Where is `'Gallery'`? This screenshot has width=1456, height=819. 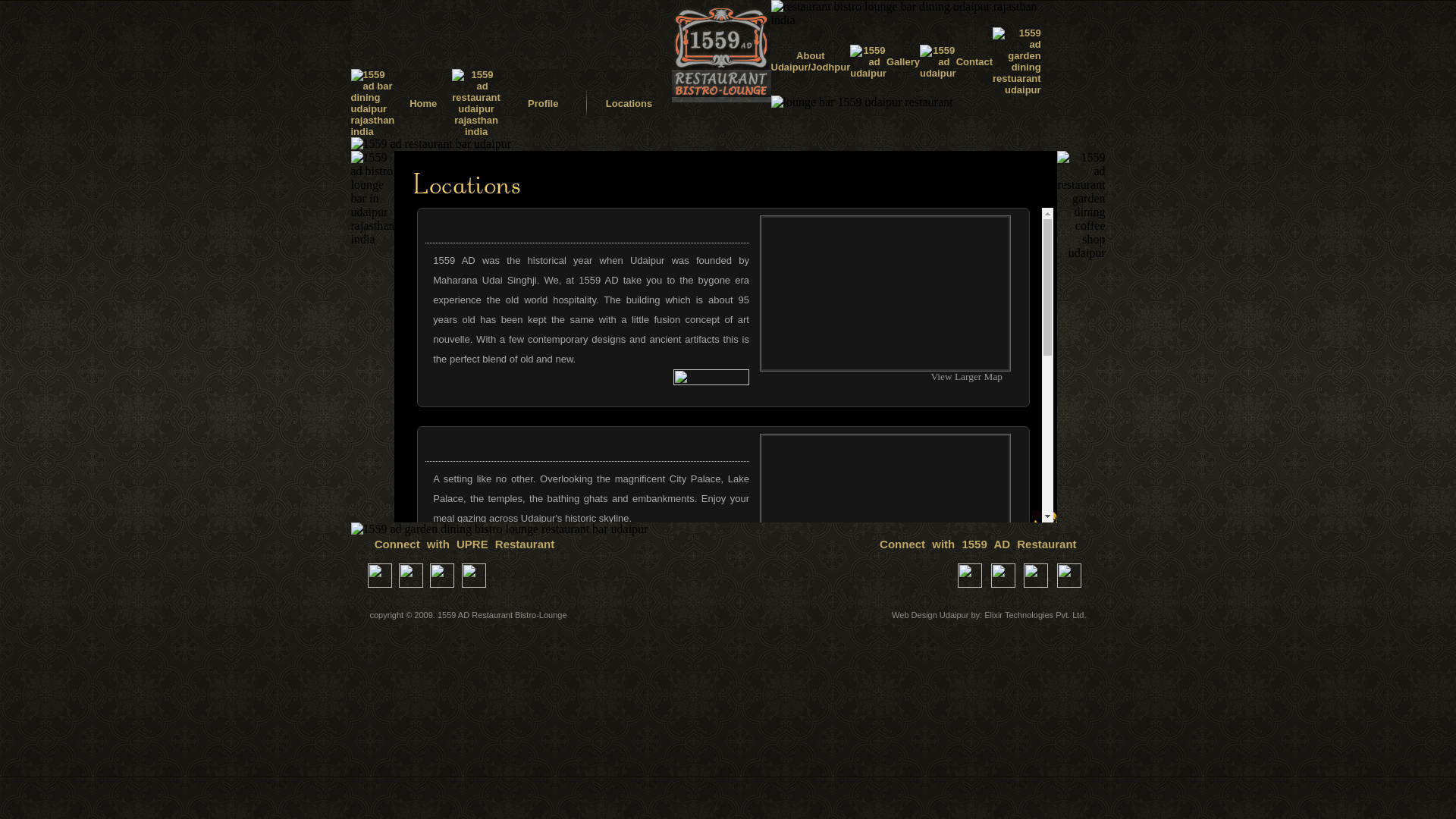
'Gallery' is located at coordinates (886, 61).